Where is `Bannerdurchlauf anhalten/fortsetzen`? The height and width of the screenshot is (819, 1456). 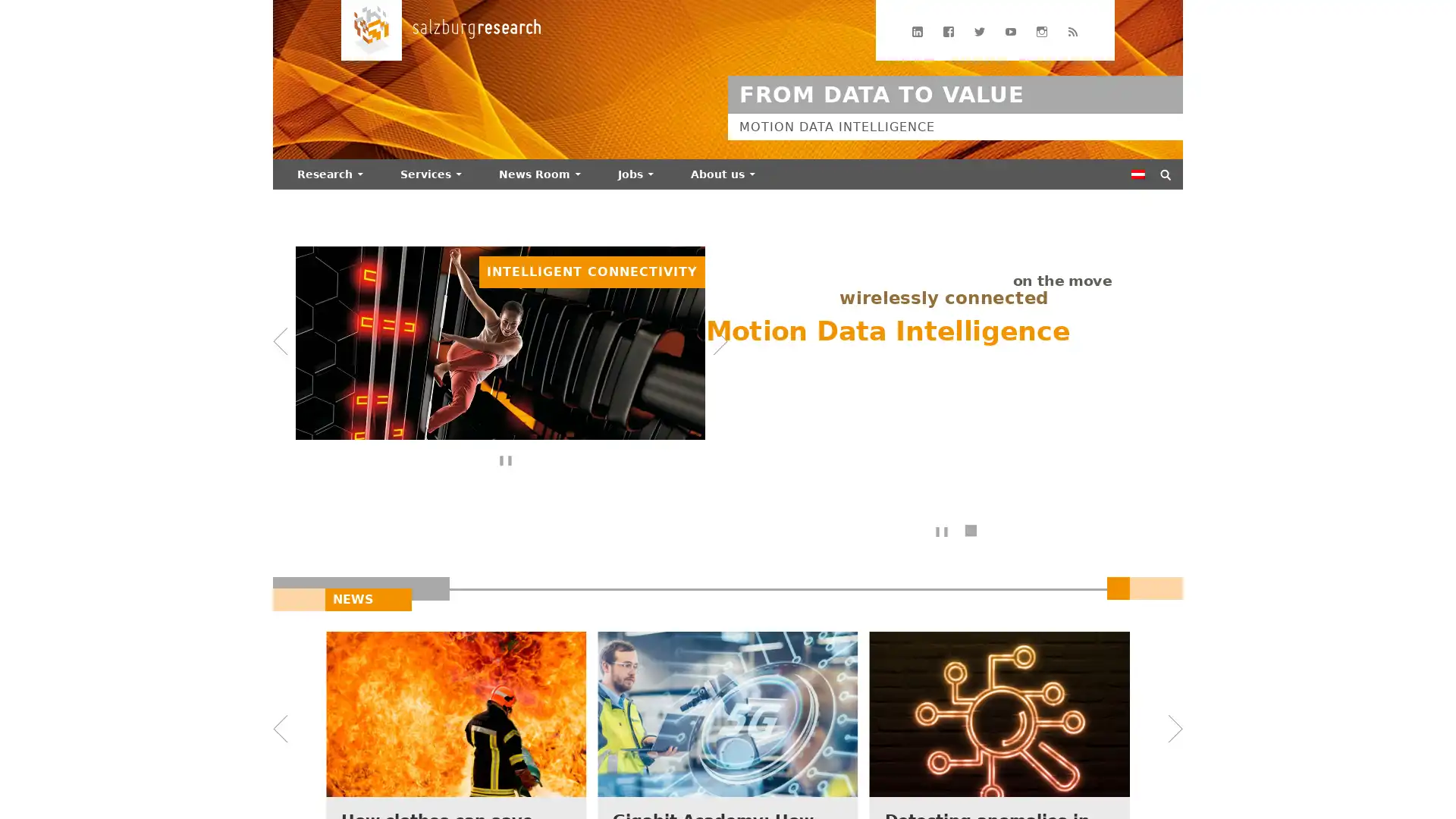 Bannerdurchlauf anhalten/fortsetzen is located at coordinates (506, 458).